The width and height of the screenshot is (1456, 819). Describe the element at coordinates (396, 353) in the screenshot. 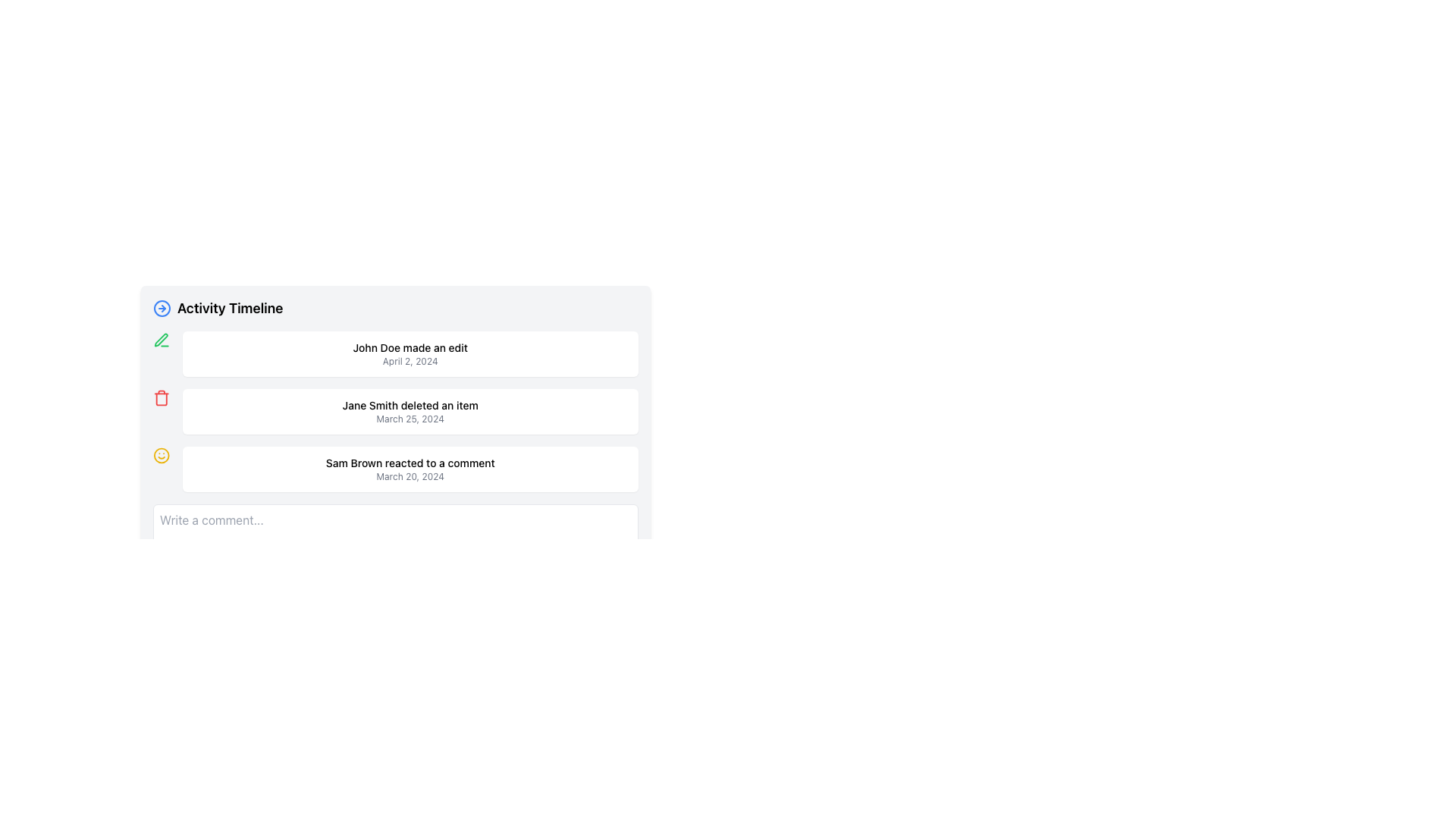

I see `the first card-like section in the activity feed which shows 'John Doe made an edit' and the timestamp 'April 2, 2024'` at that location.